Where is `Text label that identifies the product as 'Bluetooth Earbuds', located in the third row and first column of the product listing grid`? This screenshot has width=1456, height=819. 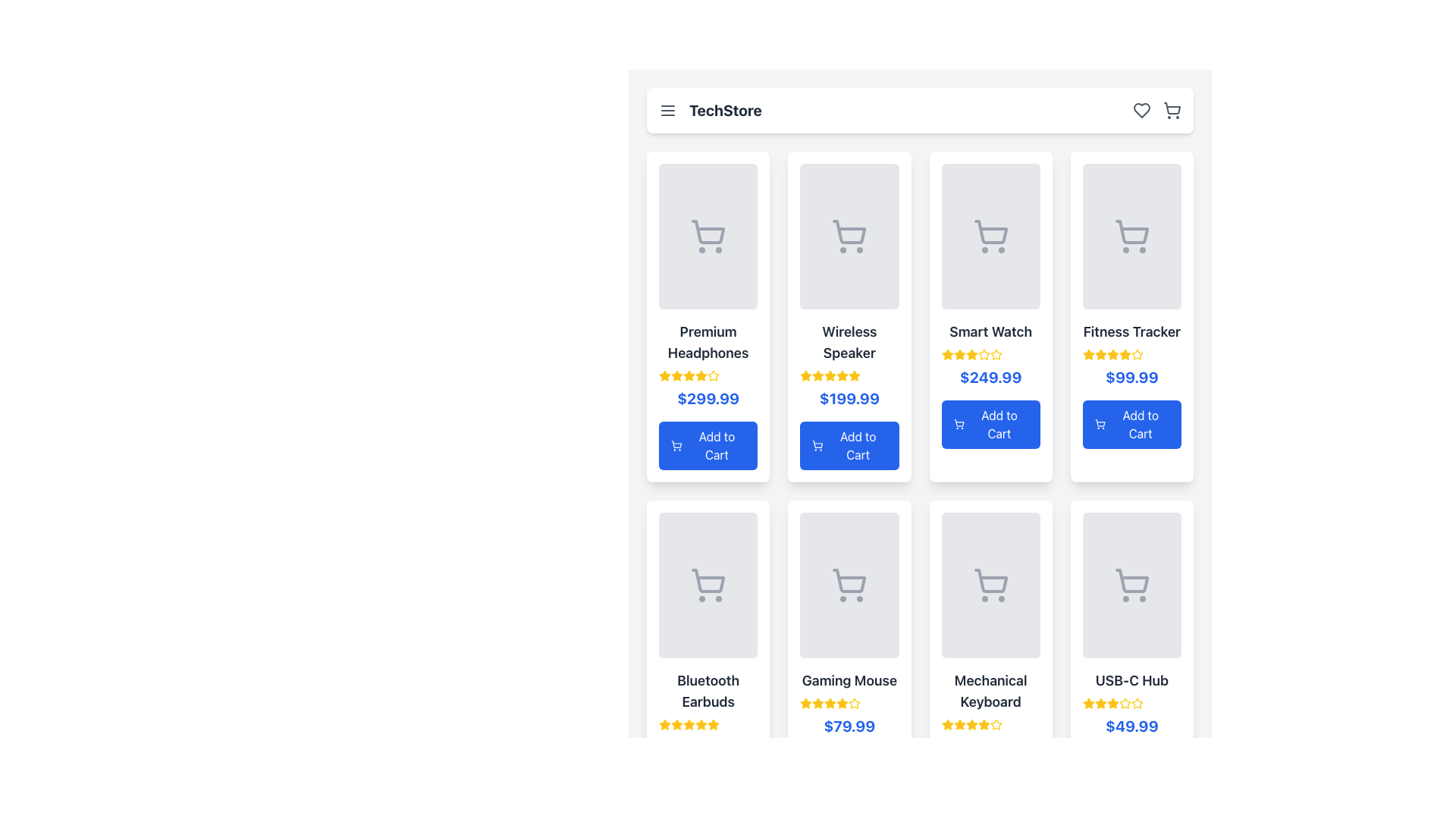
Text label that identifies the product as 'Bluetooth Earbuds', located in the third row and first column of the product listing grid is located at coordinates (708, 691).